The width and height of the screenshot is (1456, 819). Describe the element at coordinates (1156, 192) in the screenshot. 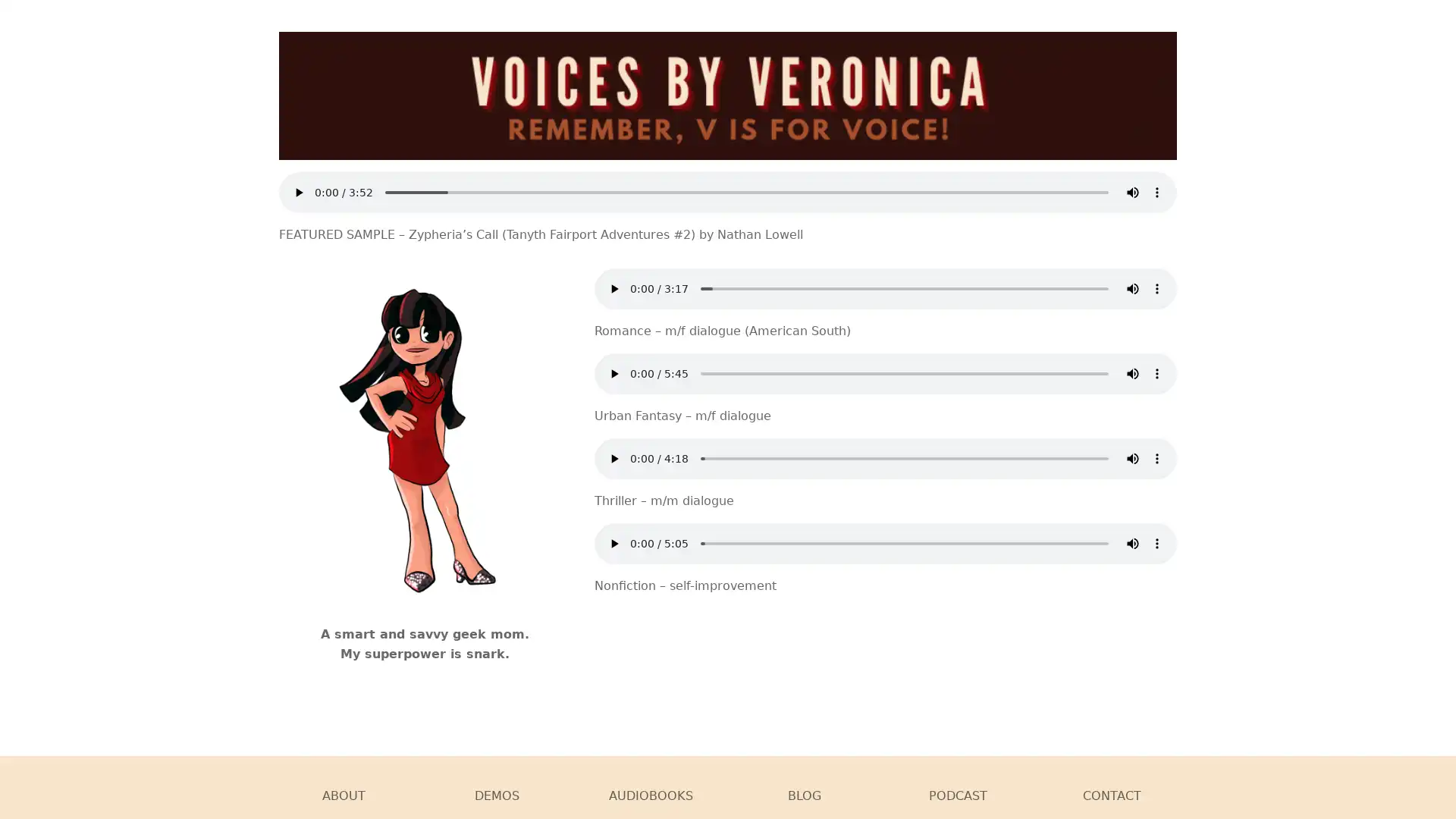

I see `show more media controls` at that location.